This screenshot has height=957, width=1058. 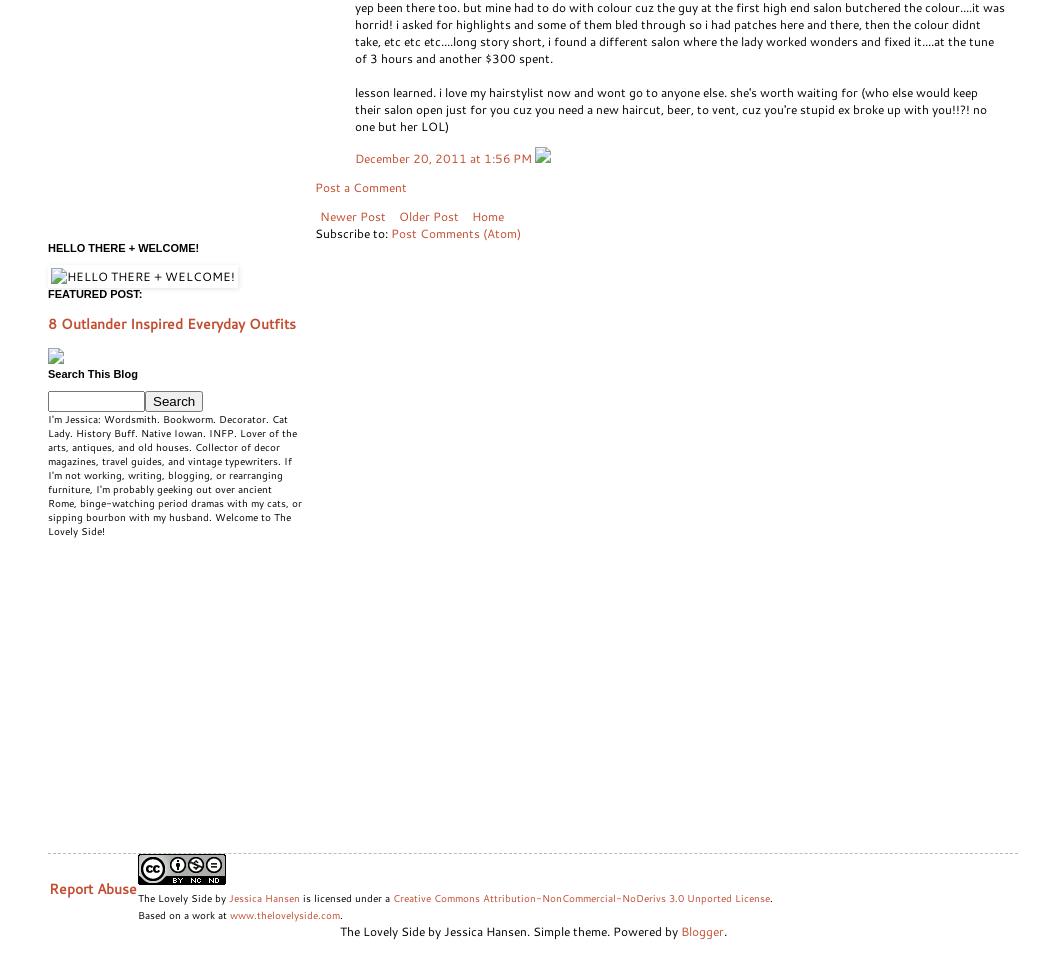 I want to click on 'Post Comments (Atom)', so click(x=454, y=232).